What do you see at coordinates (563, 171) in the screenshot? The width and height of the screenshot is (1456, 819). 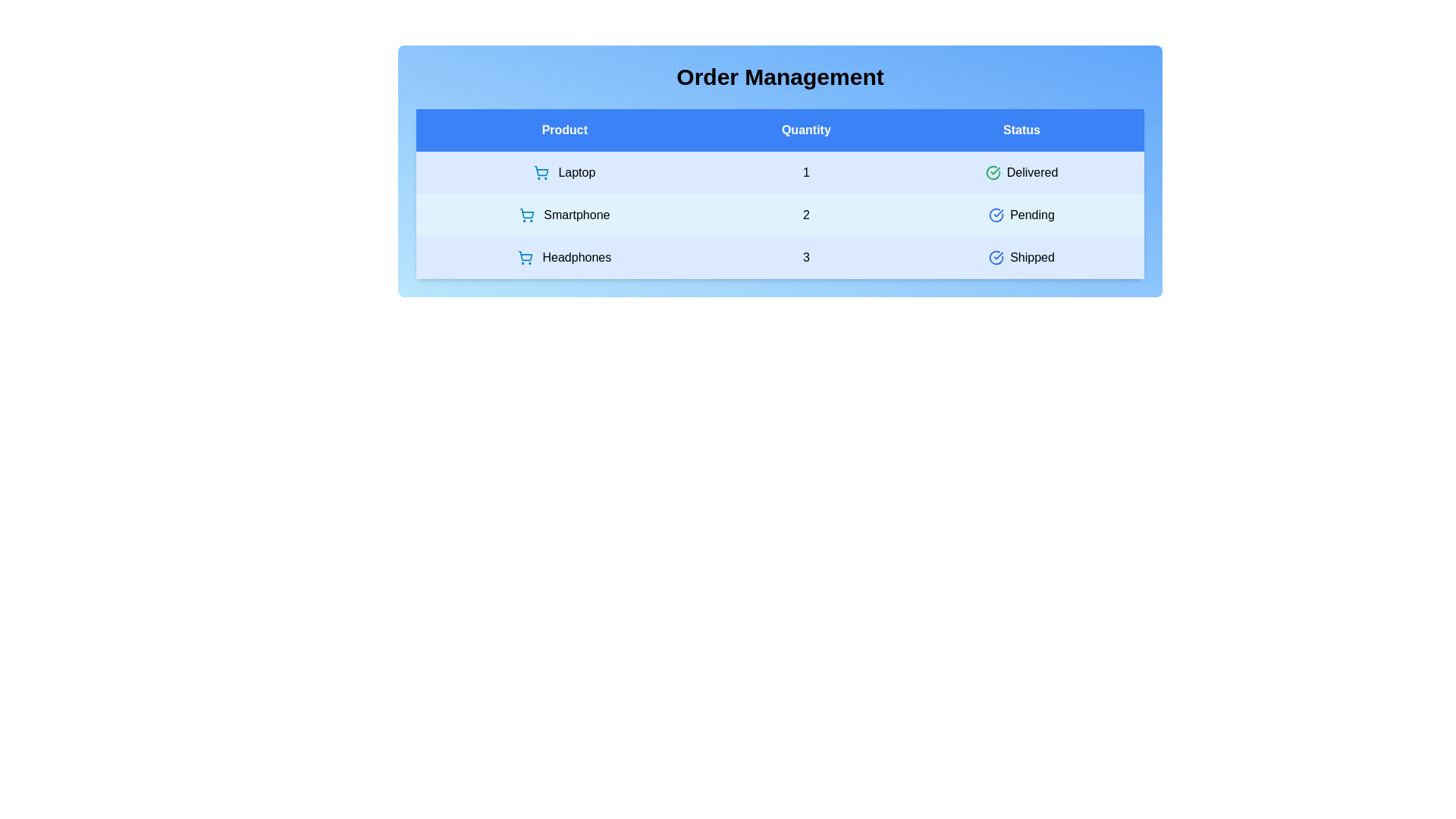 I see `the product name Laptop to select it` at bounding box center [563, 171].